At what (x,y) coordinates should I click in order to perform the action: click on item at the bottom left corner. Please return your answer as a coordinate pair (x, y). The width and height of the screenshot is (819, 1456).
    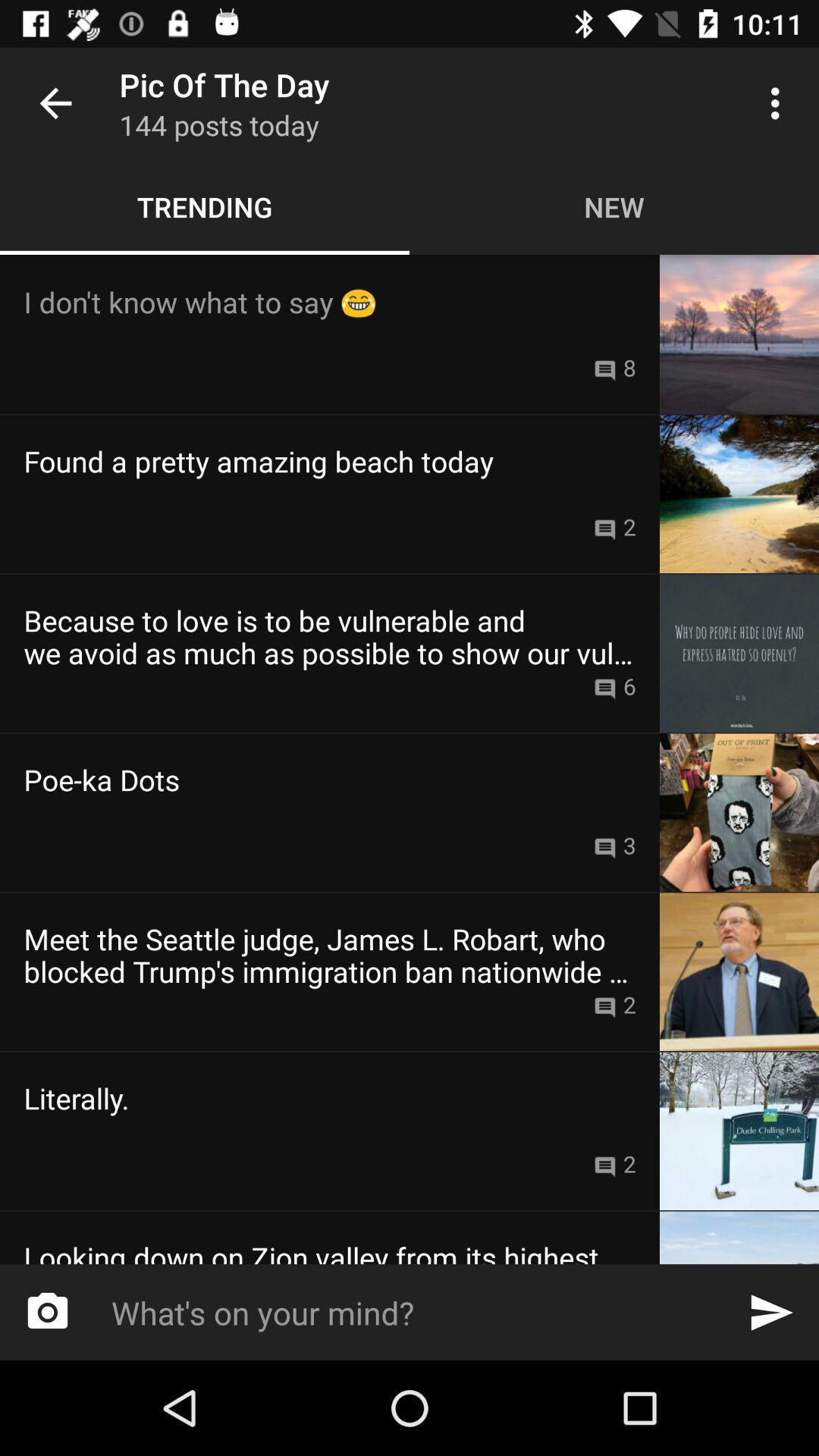
    Looking at the image, I should click on (46, 1312).